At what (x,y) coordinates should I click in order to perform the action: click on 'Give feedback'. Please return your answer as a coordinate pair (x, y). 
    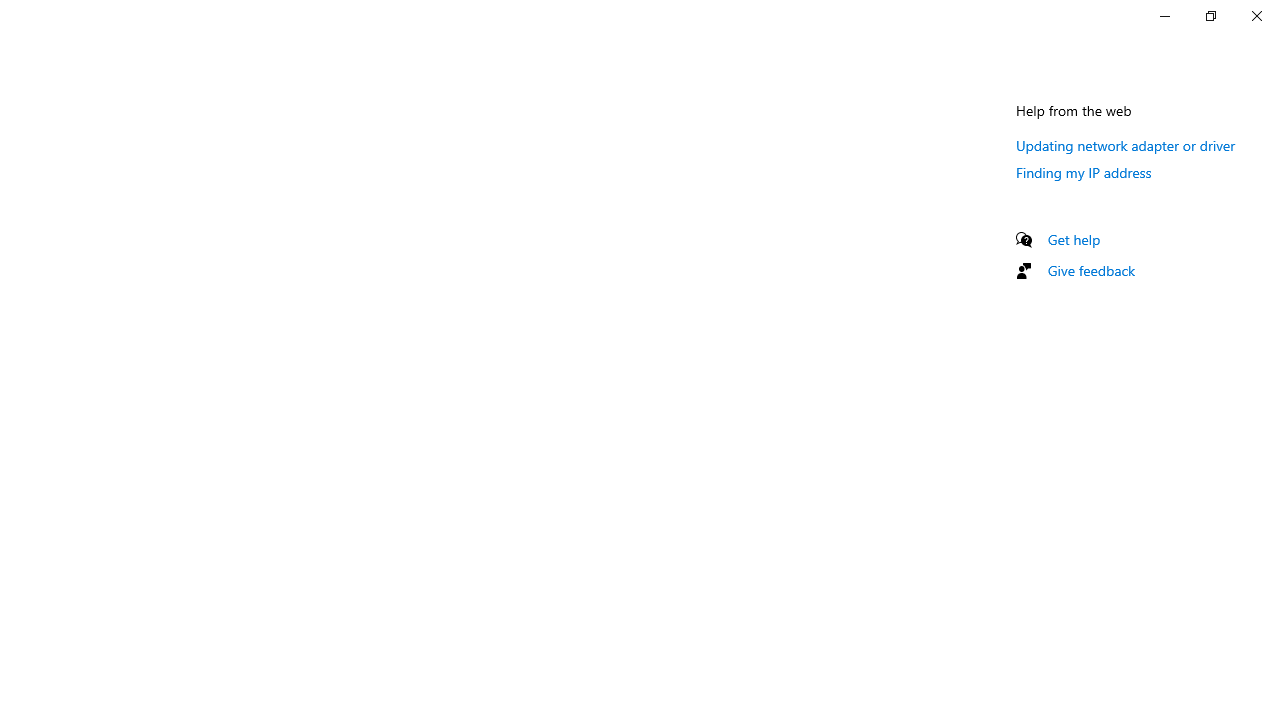
    Looking at the image, I should click on (1090, 270).